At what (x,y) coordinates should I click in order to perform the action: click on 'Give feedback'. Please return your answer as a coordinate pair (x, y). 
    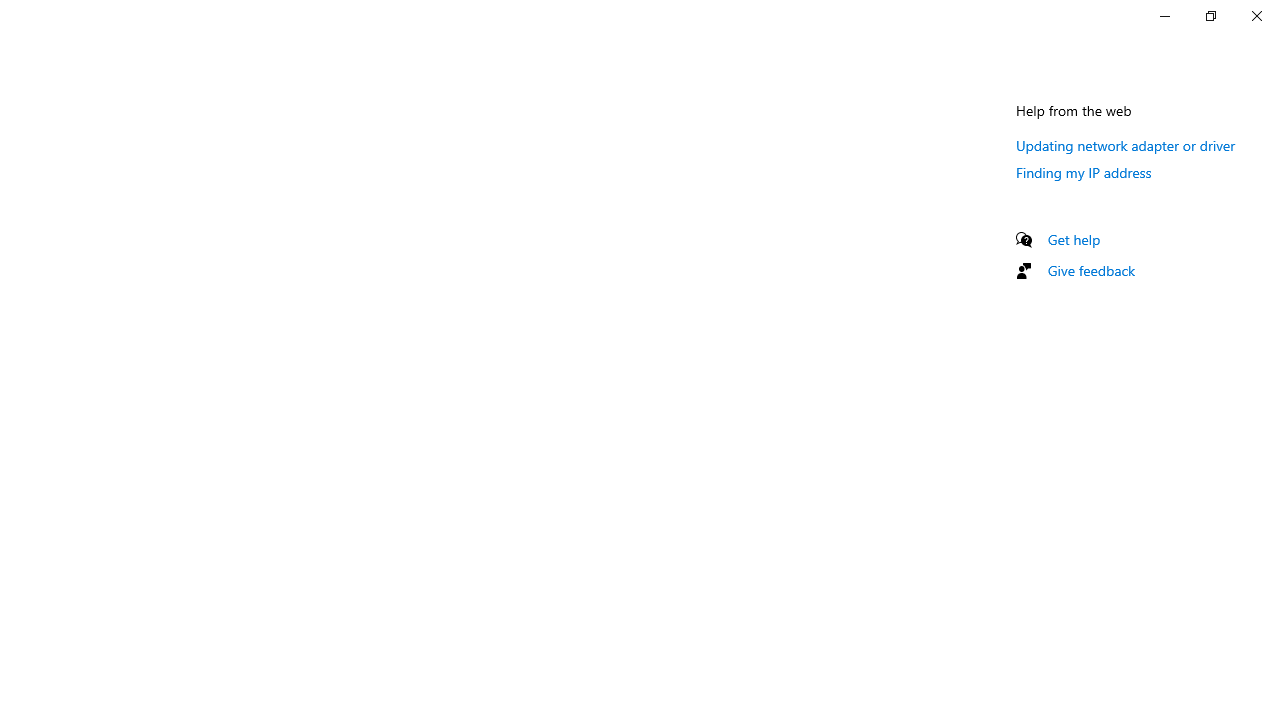
    Looking at the image, I should click on (1090, 270).